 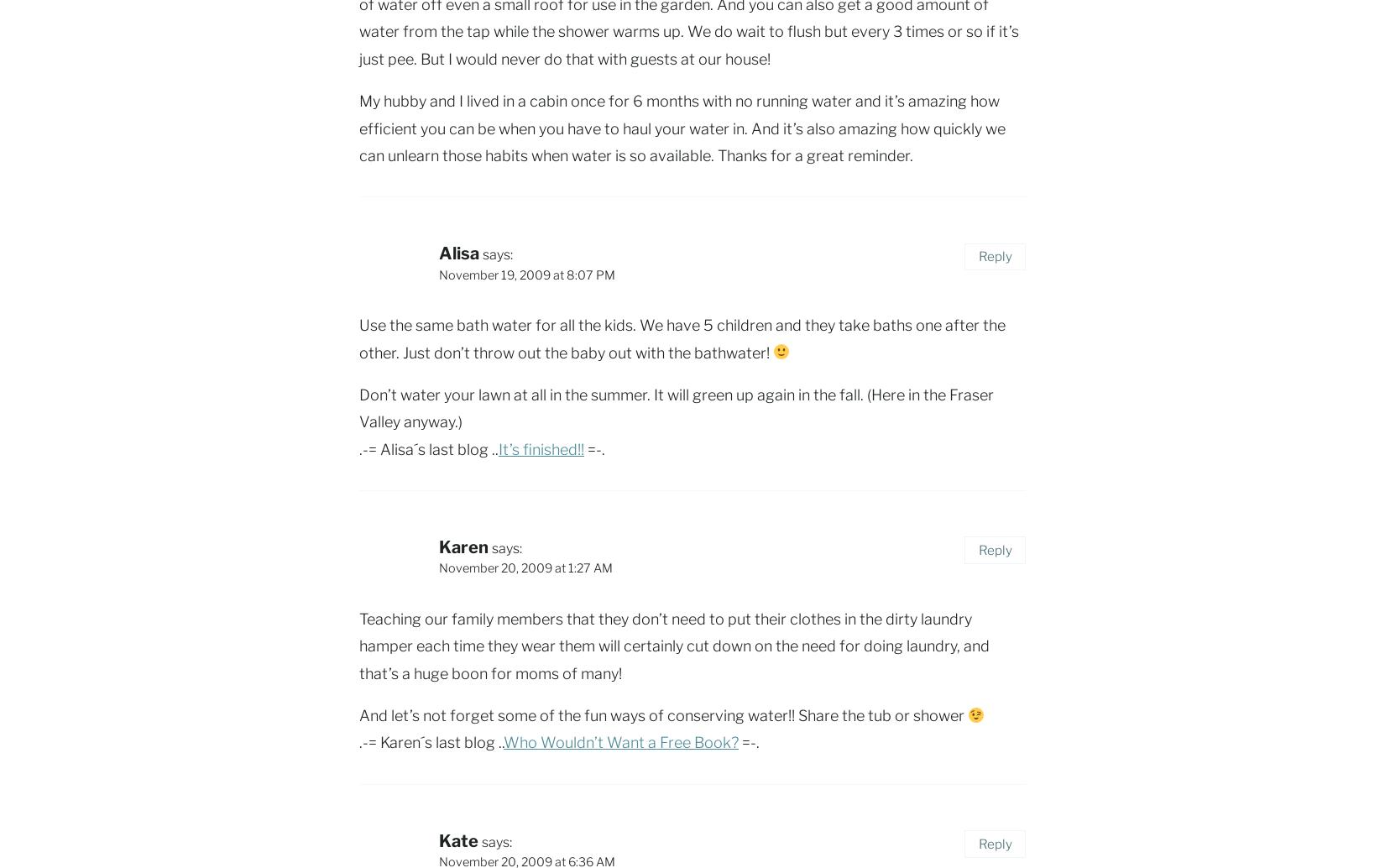 I want to click on '.-= Alisa´s last blog ..', so click(x=428, y=448).